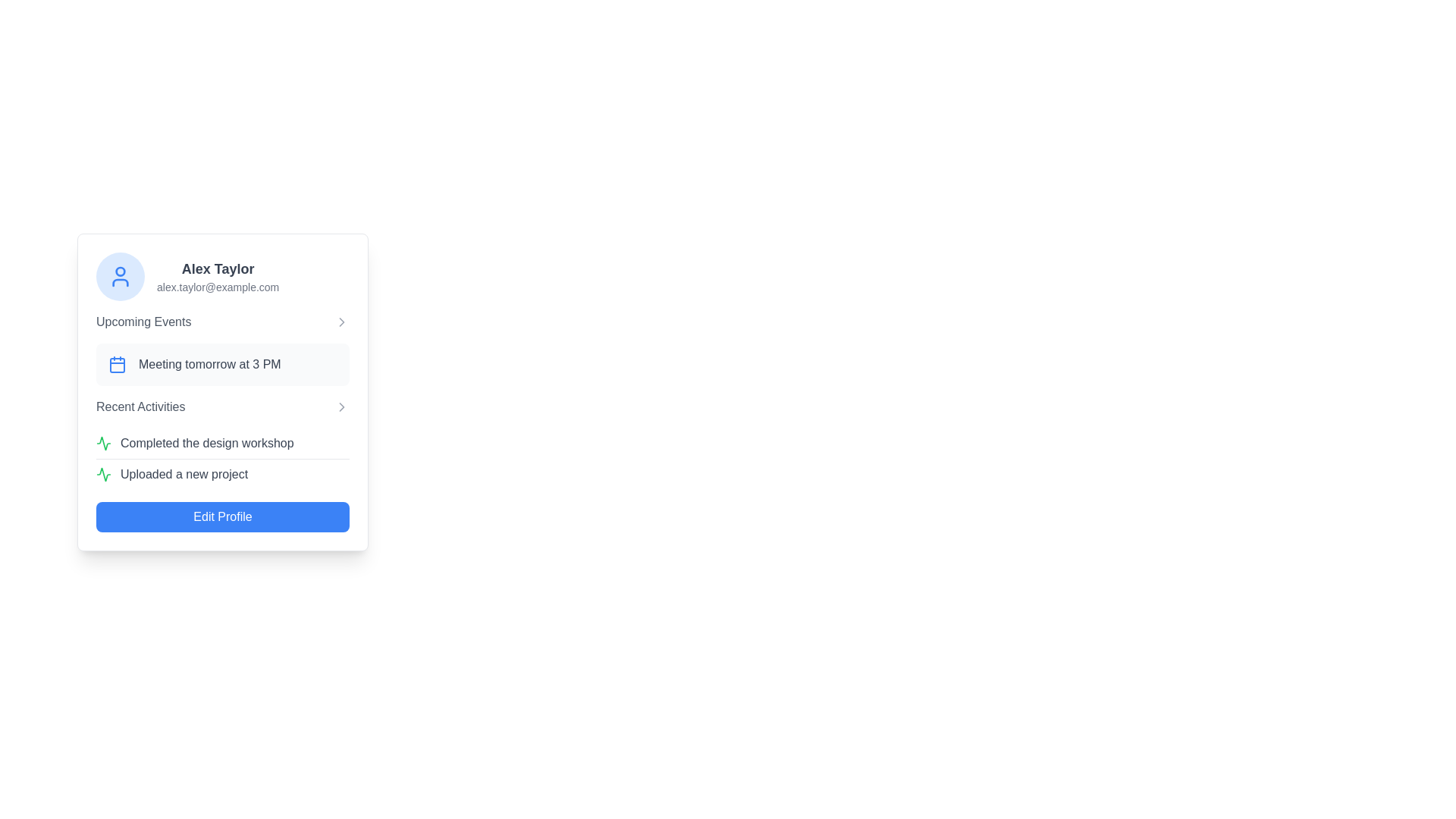  Describe the element at coordinates (119, 271) in the screenshot. I see `the decorative graphical circle element located at the top of the user avatar in the profile card` at that location.